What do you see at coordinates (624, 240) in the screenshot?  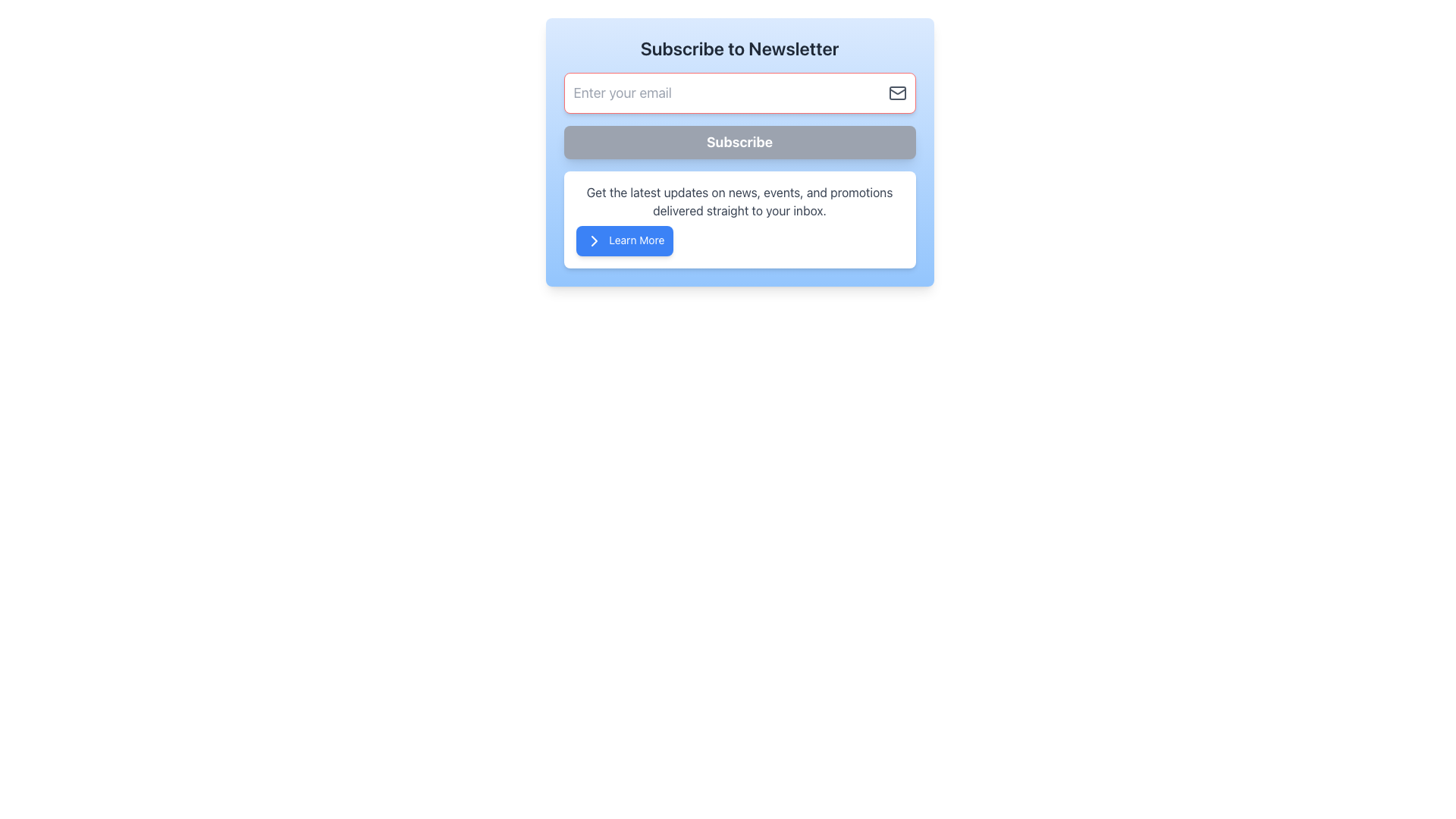 I see `the rectangular button with a blue background and white text that says 'Learn More', located at the bottom of the section about updates on news and promotions` at bounding box center [624, 240].